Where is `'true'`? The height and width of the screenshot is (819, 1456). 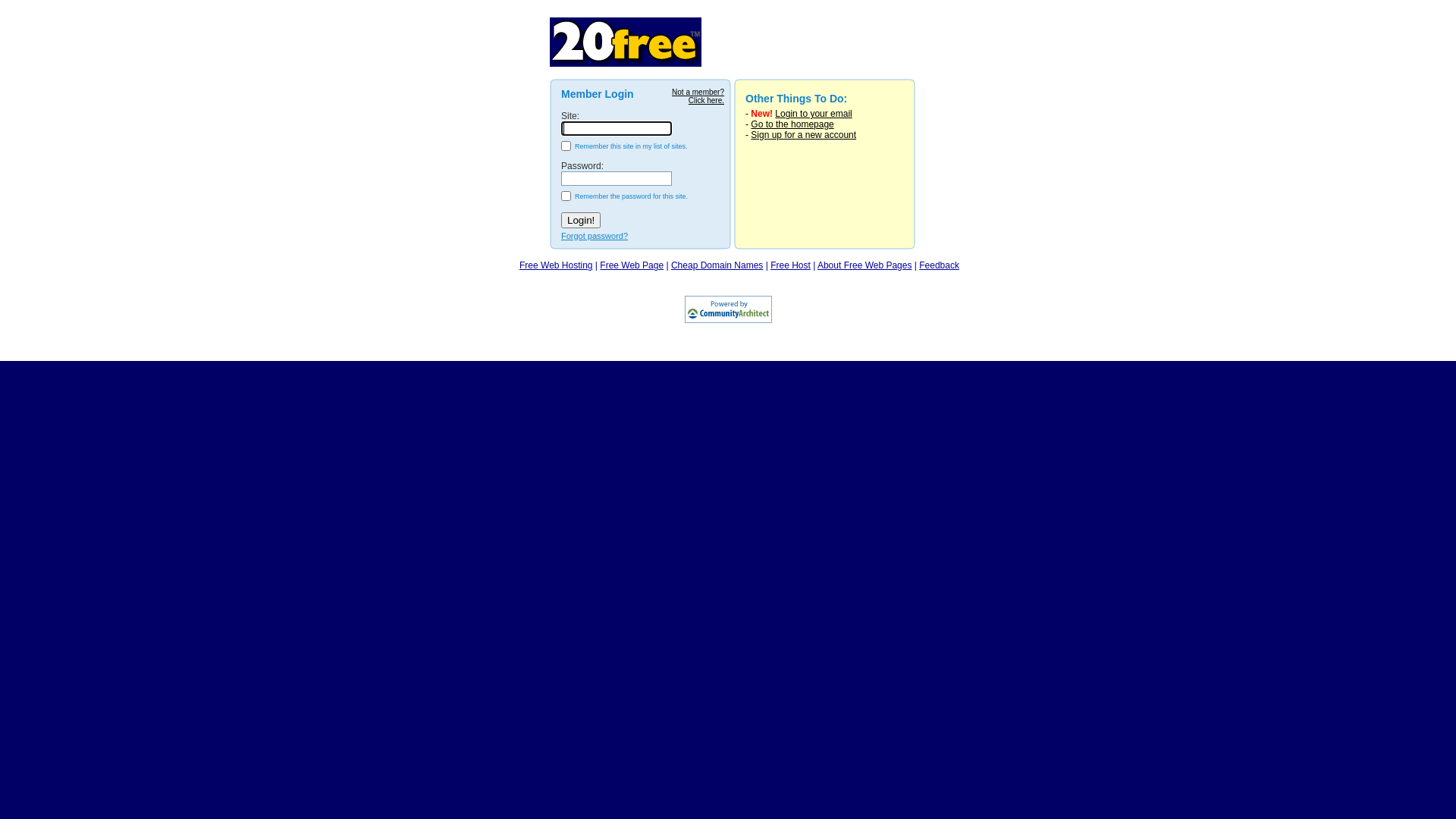 'true' is located at coordinates (560, 146).